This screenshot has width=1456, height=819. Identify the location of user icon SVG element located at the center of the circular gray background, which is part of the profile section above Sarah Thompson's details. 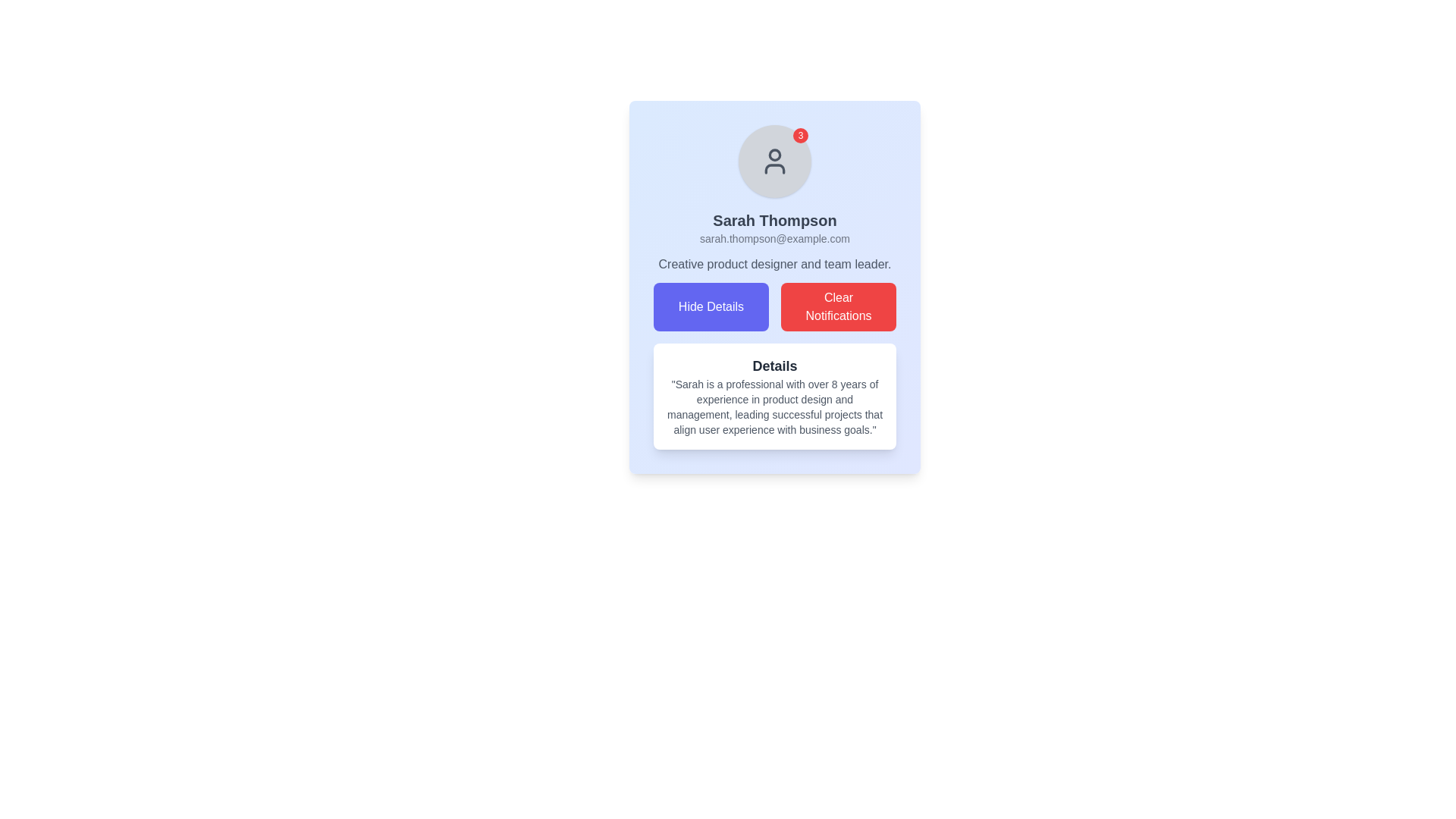
(775, 161).